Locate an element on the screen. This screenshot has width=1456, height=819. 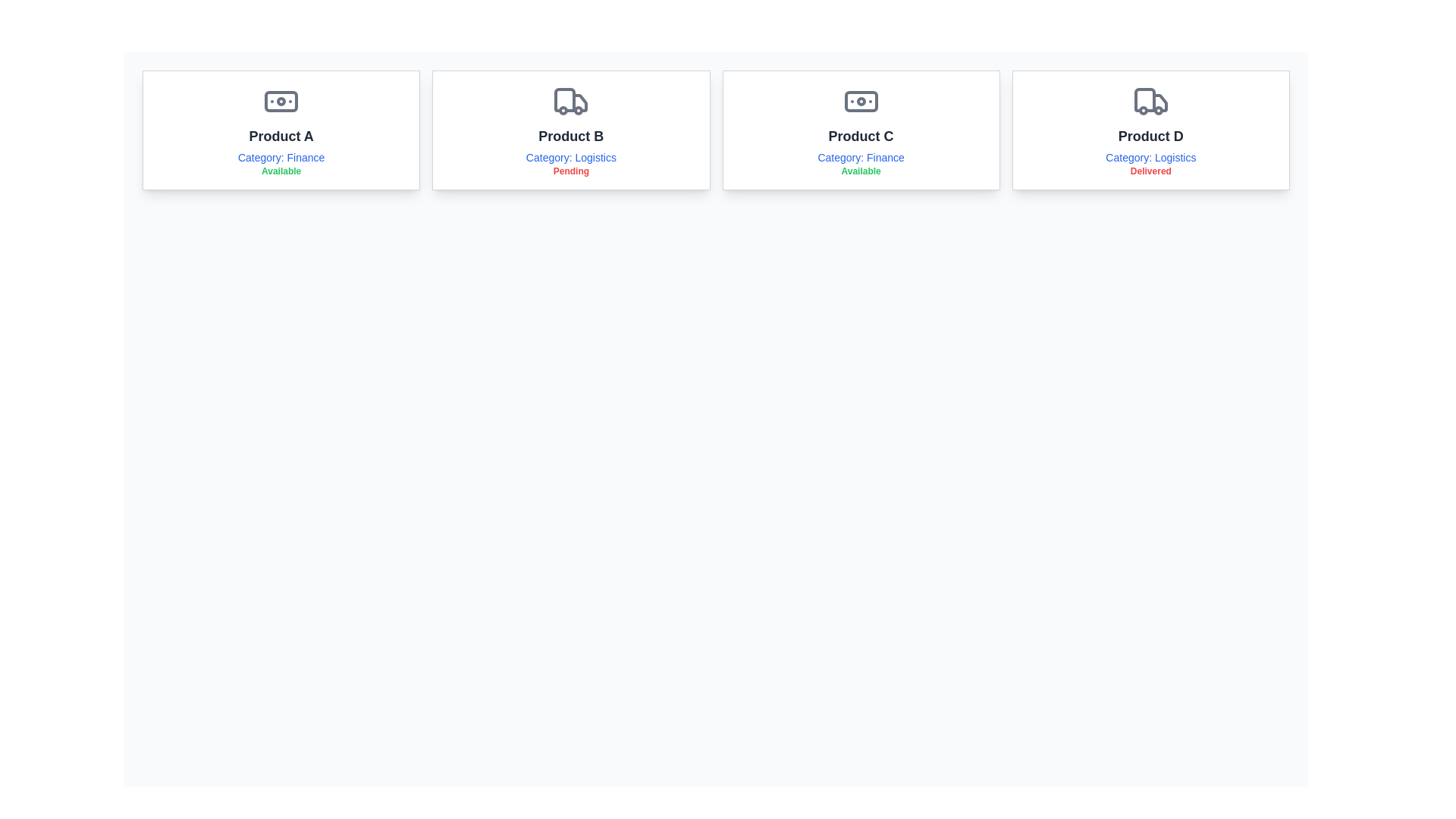
the static text label that describes the product category 'Logistics', located in the fourth card from the left, under the heading 'Product D', and positioned above the 'Delivered' label is located at coordinates (1150, 158).